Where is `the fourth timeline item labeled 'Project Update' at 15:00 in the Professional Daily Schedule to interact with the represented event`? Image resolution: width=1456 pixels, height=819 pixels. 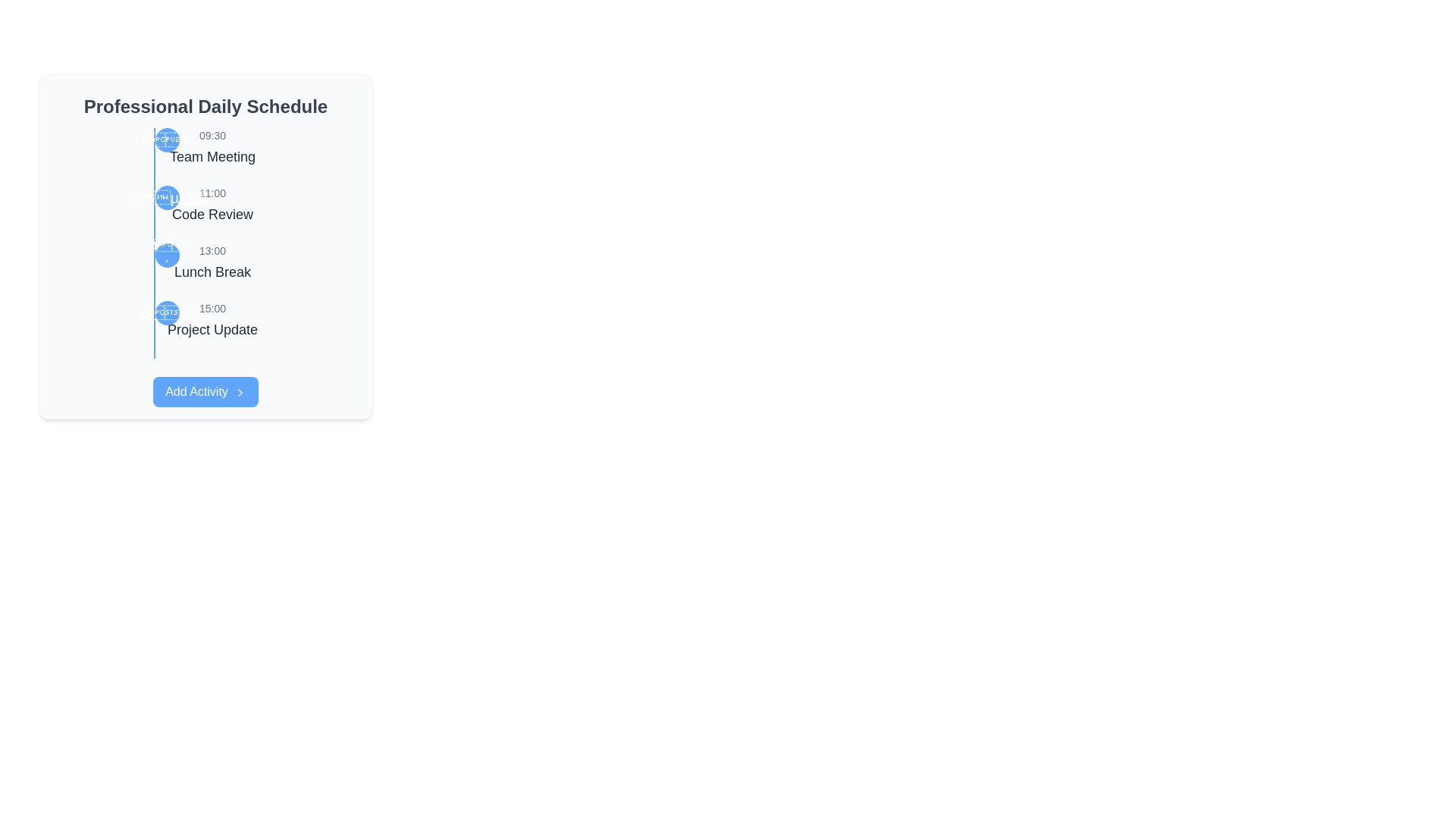
the fourth timeline item labeled 'Project Update' at 15:00 in the Professional Daily Schedule to interact with the represented event is located at coordinates (212, 320).